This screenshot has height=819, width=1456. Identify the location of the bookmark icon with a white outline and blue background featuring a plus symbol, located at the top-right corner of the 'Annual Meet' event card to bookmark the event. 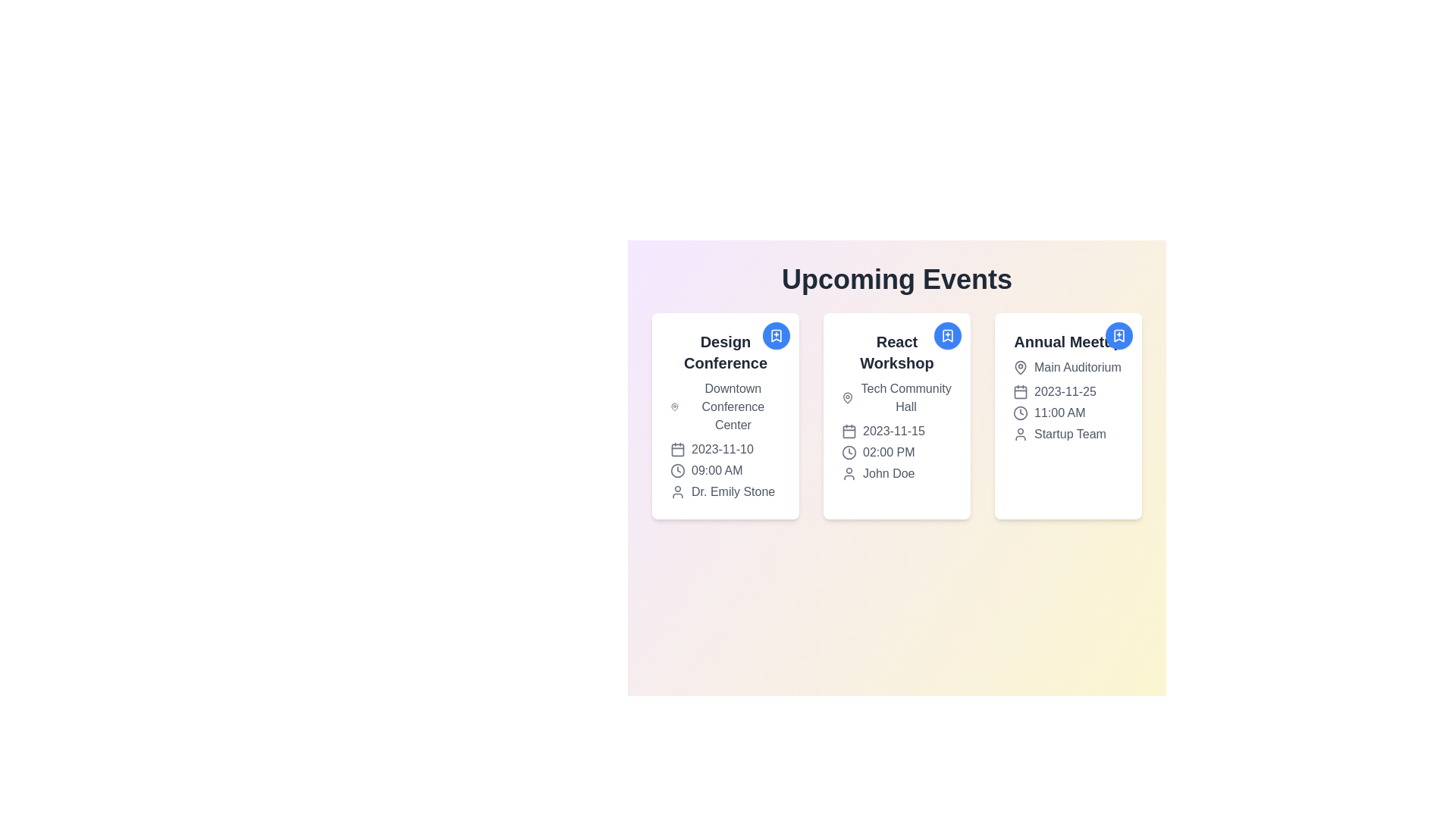
(1119, 335).